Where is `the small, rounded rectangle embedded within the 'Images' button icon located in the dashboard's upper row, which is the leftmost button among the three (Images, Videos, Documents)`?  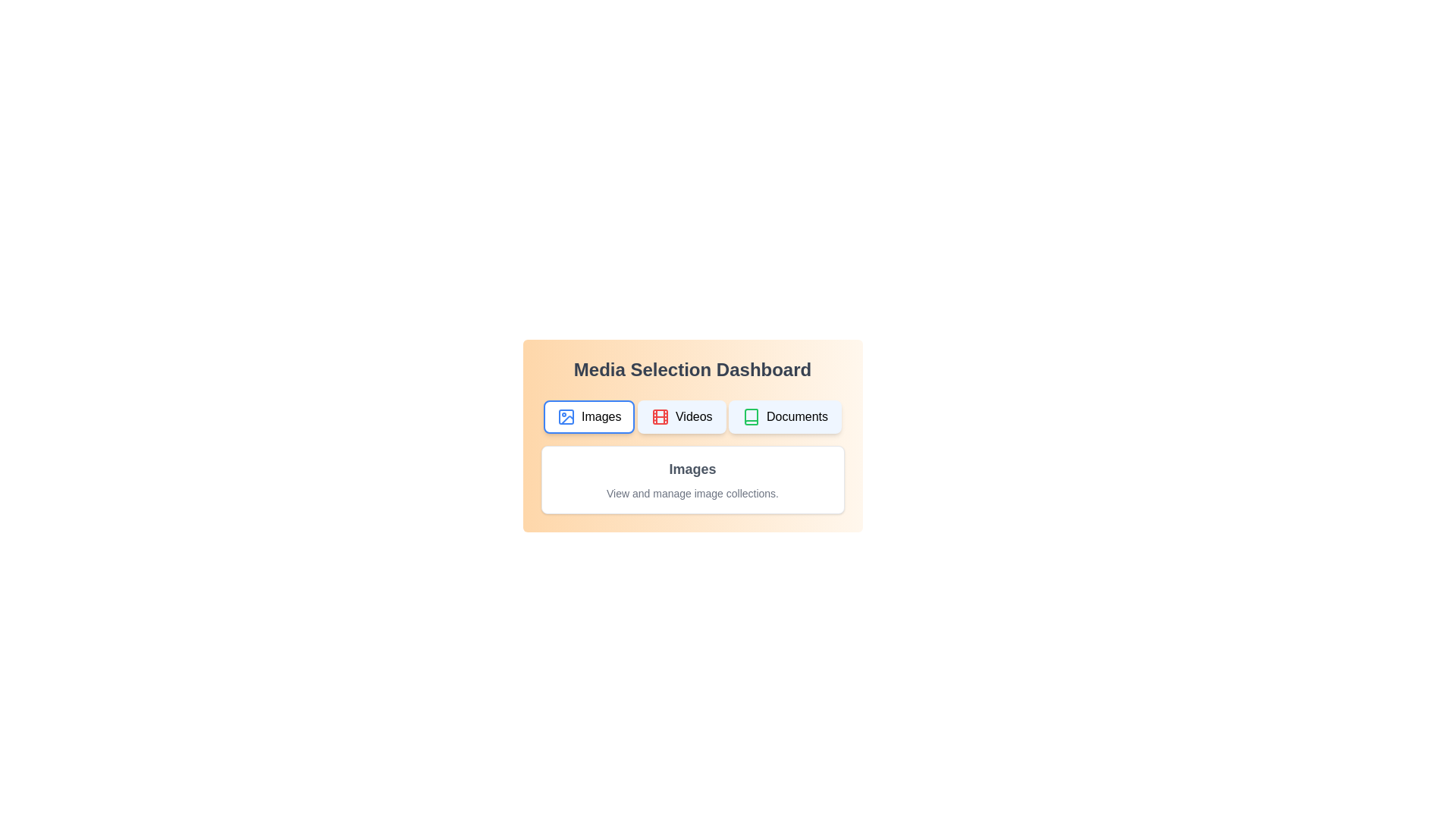 the small, rounded rectangle embedded within the 'Images' button icon located in the dashboard's upper row, which is the leftmost button among the three (Images, Videos, Documents) is located at coordinates (566, 417).